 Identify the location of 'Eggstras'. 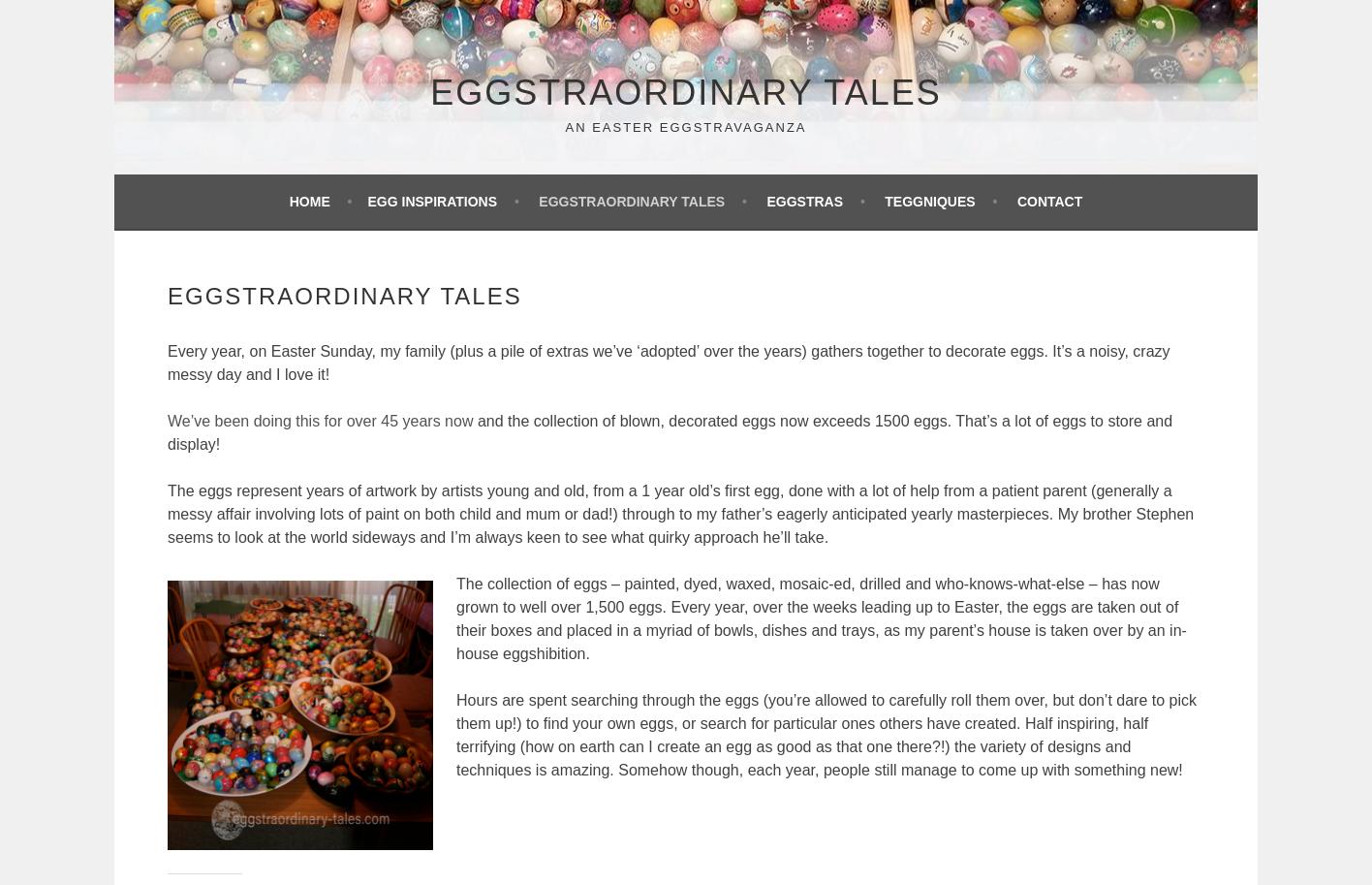
(804, 200).